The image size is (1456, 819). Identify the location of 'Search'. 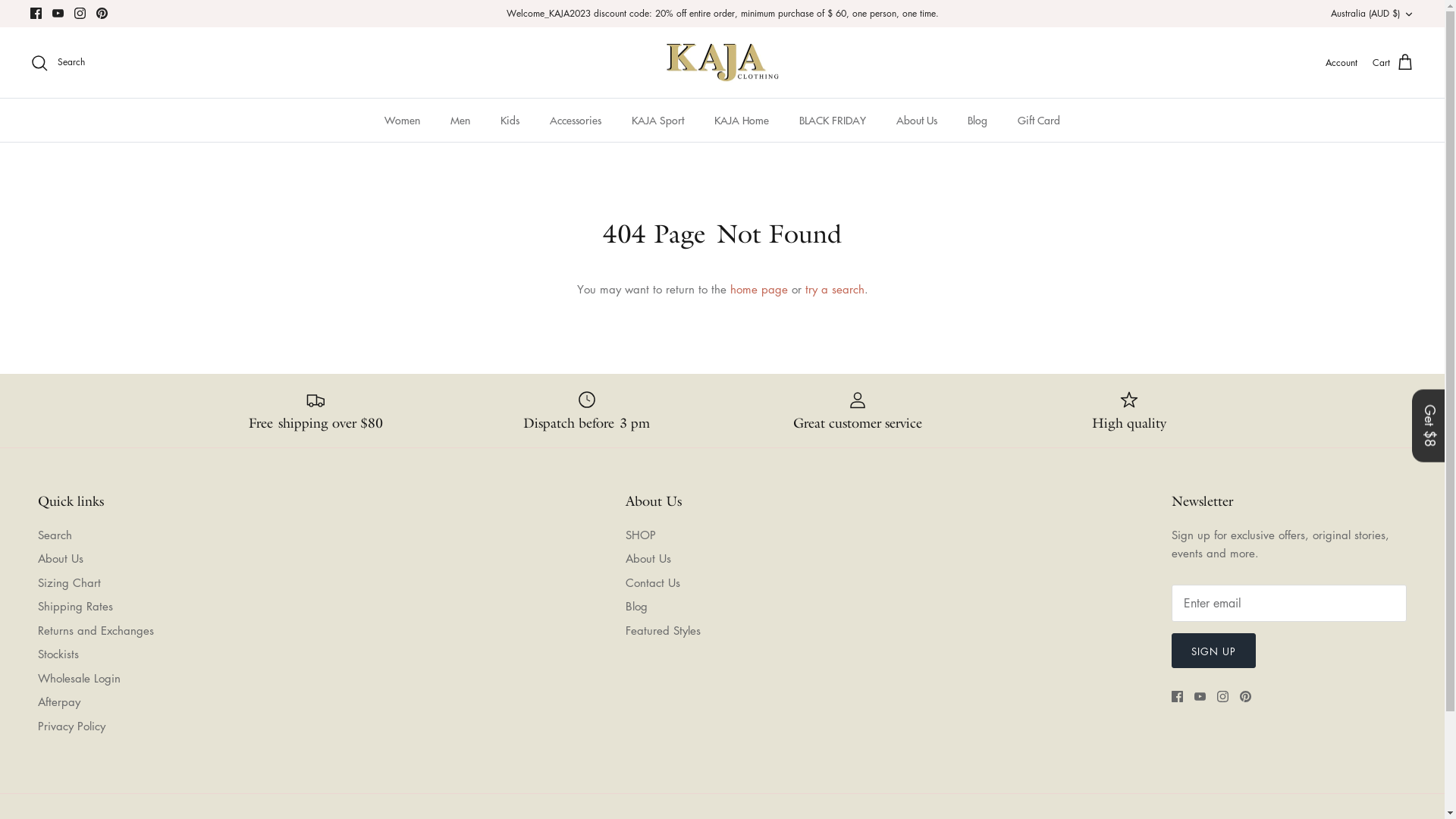
(58, 62).